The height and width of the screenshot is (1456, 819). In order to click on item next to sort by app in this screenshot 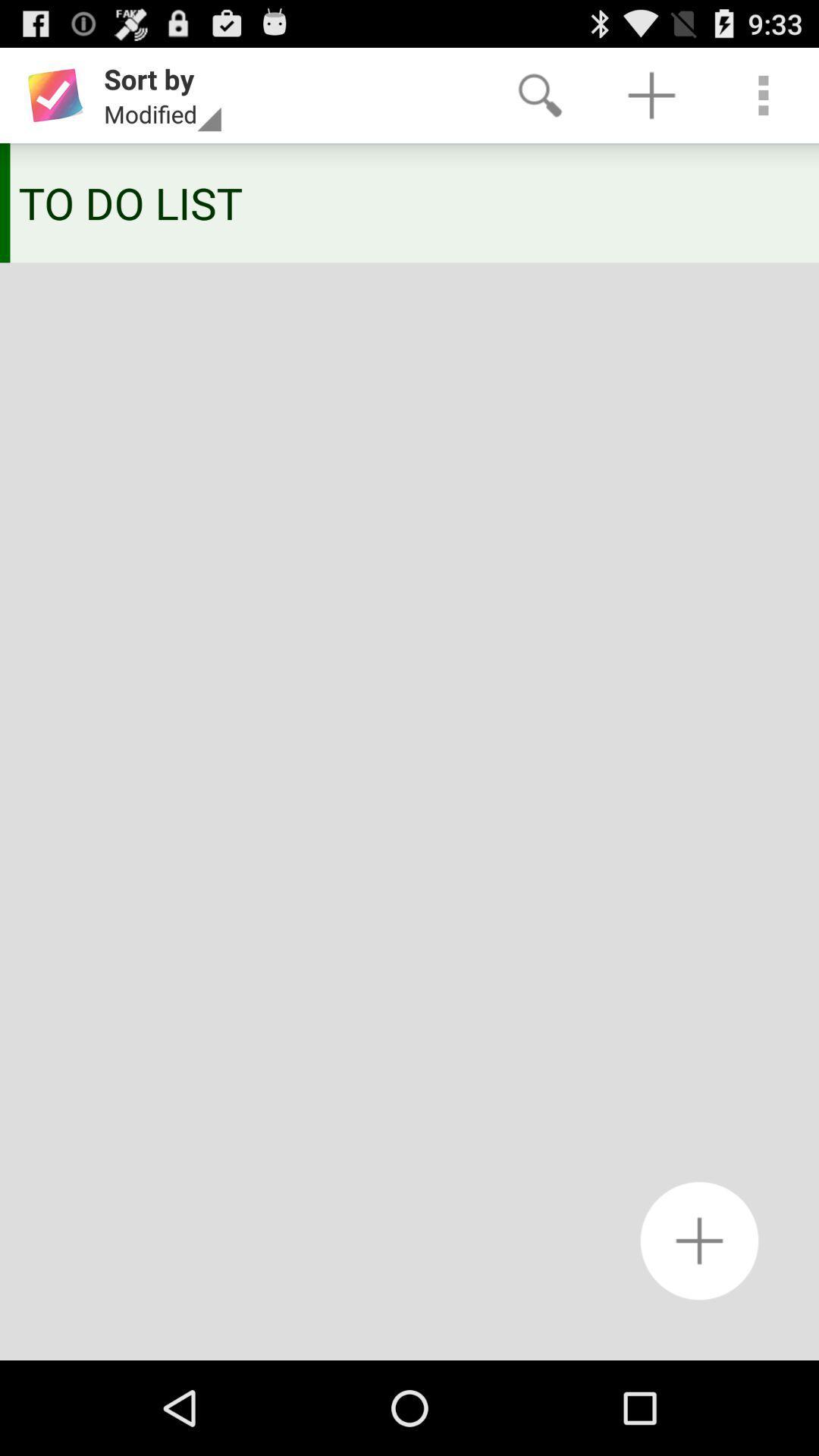, I will do `click(539, 94)`.